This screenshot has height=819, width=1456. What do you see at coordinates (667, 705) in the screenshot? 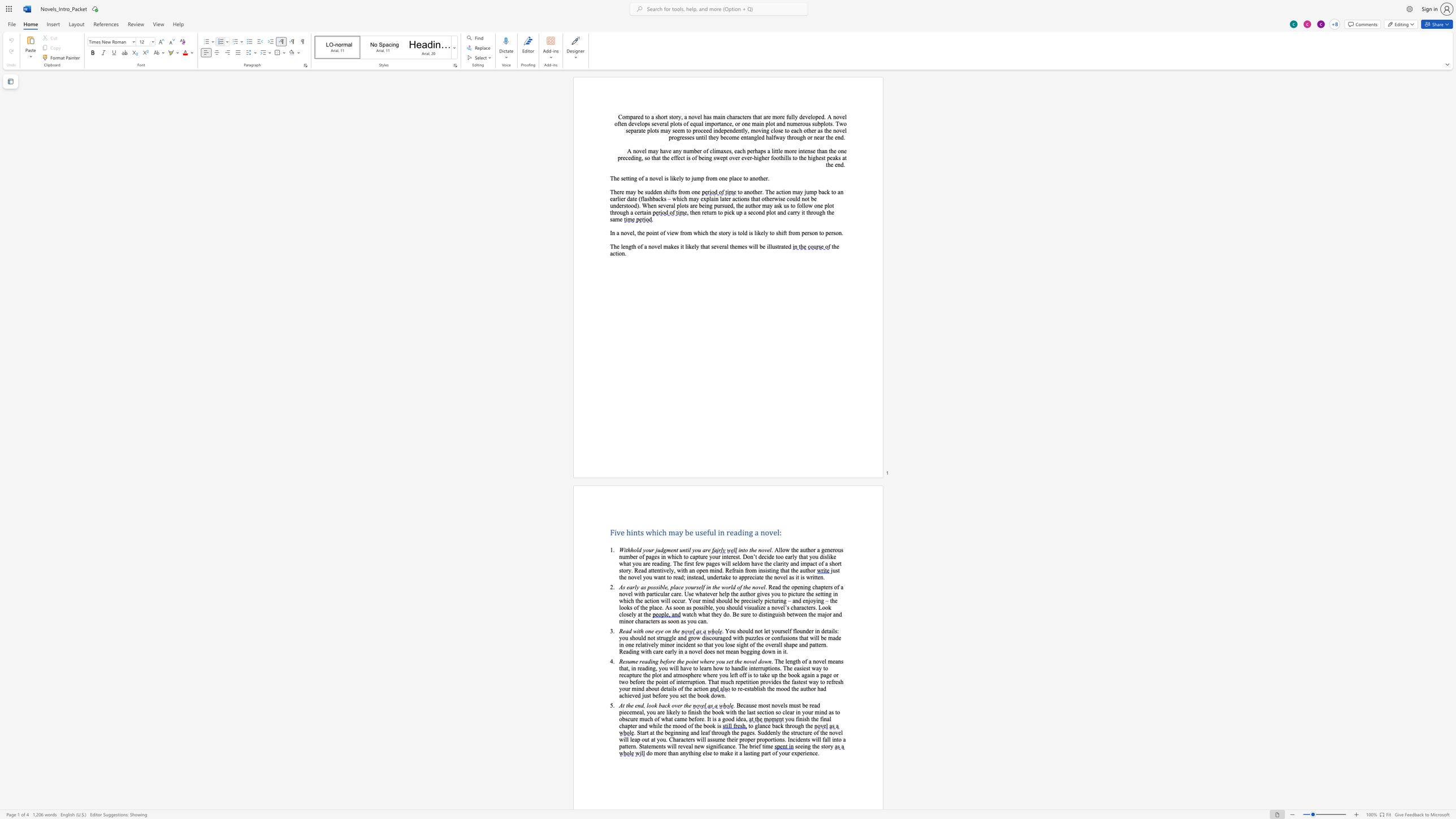
I see `the space between the continuous character "c" and "k" in the text` at bounding box center [667, 705].